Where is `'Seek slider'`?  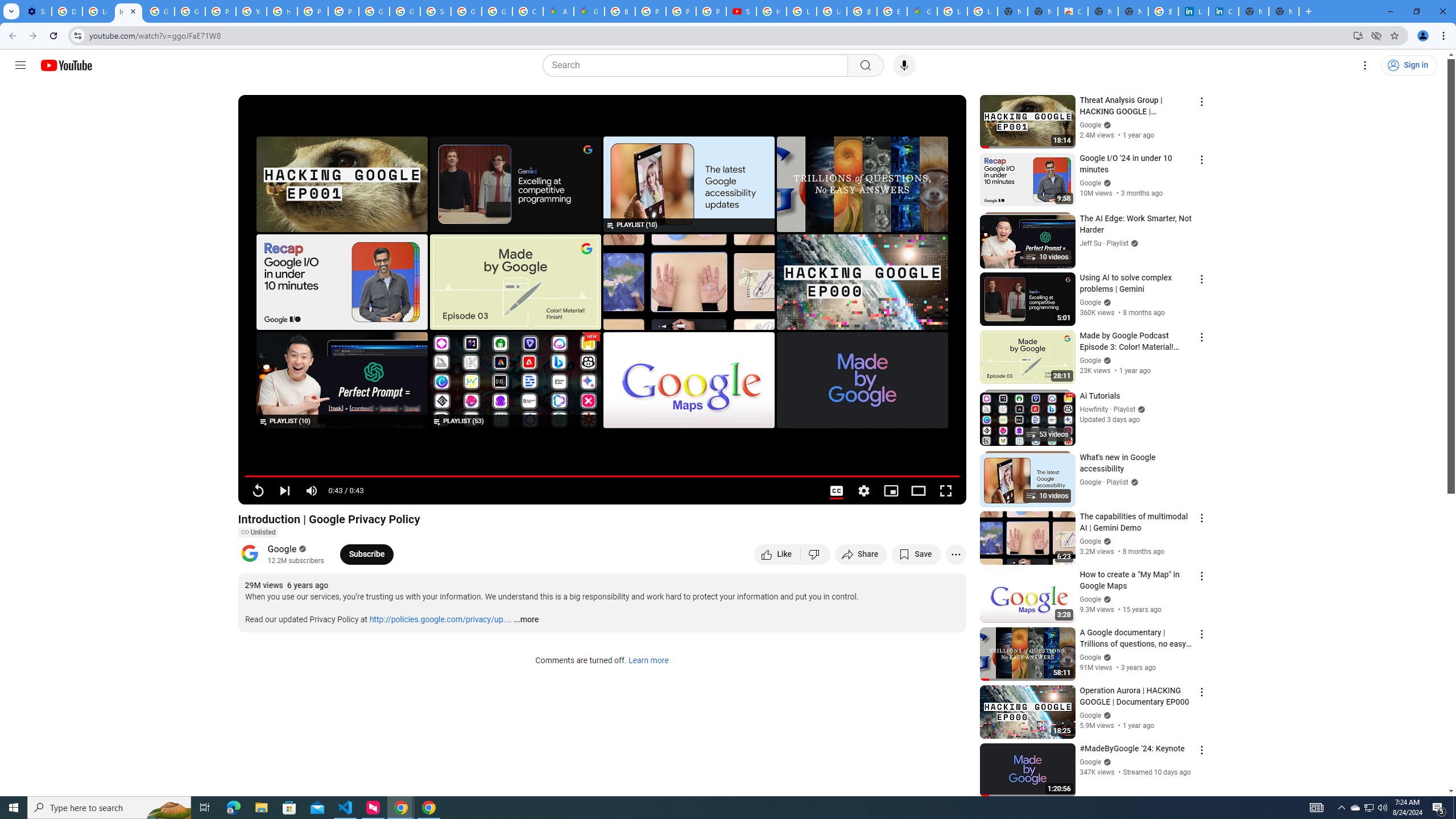
'Seek slider' is located at coordinates (601, 475).